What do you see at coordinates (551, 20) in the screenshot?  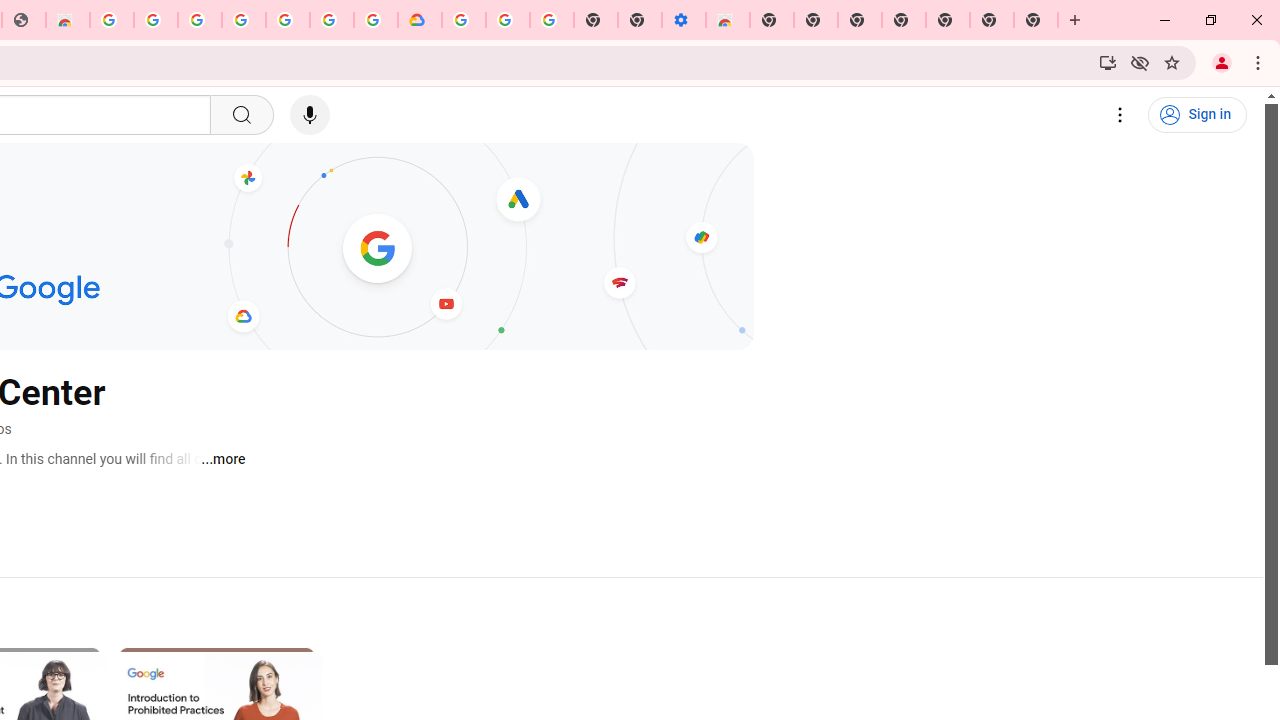 I see `'Turn cookies on or off - Computer - Google Account Help'` at bounding box center [551, 20].